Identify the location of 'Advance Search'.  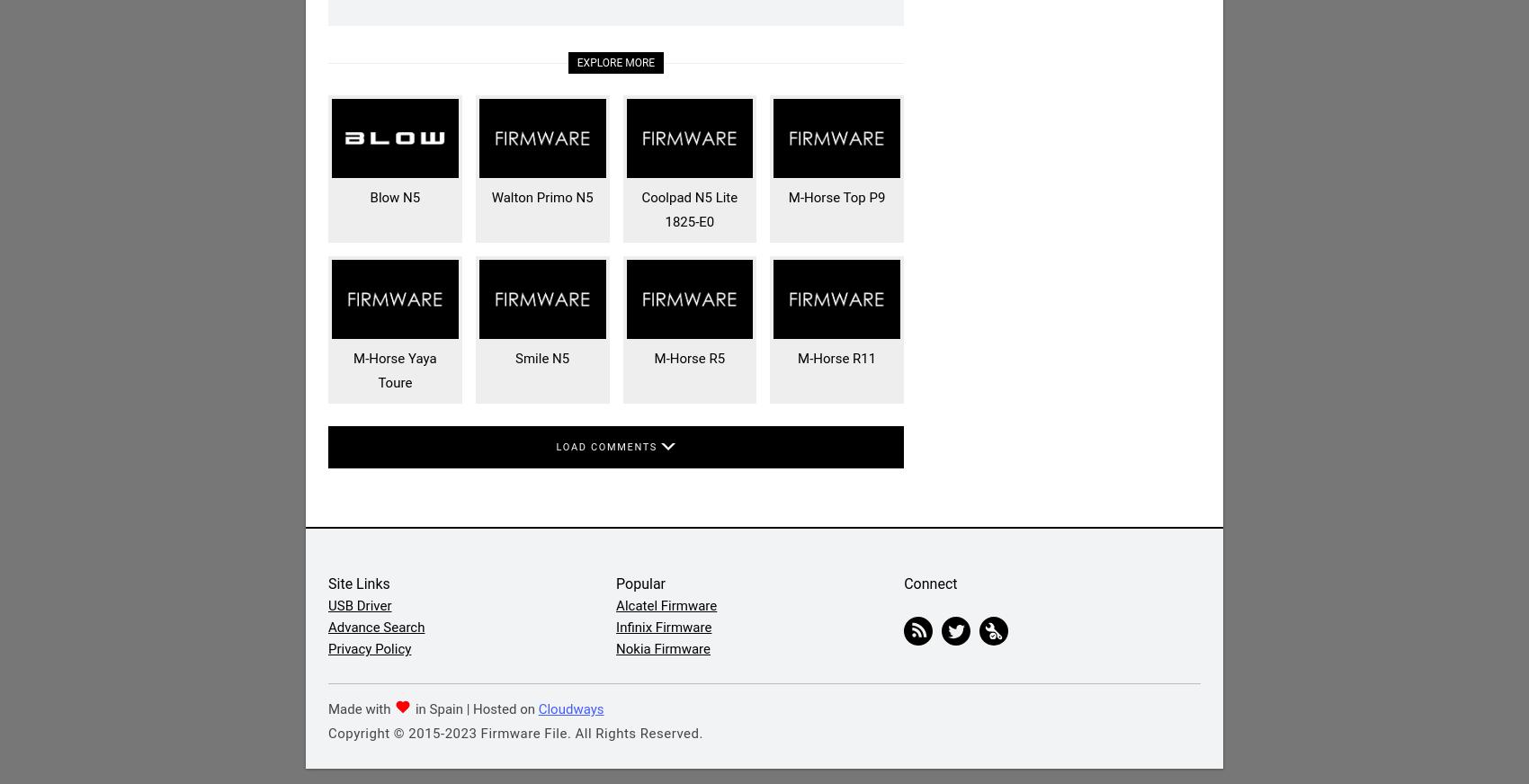
(375, 627).